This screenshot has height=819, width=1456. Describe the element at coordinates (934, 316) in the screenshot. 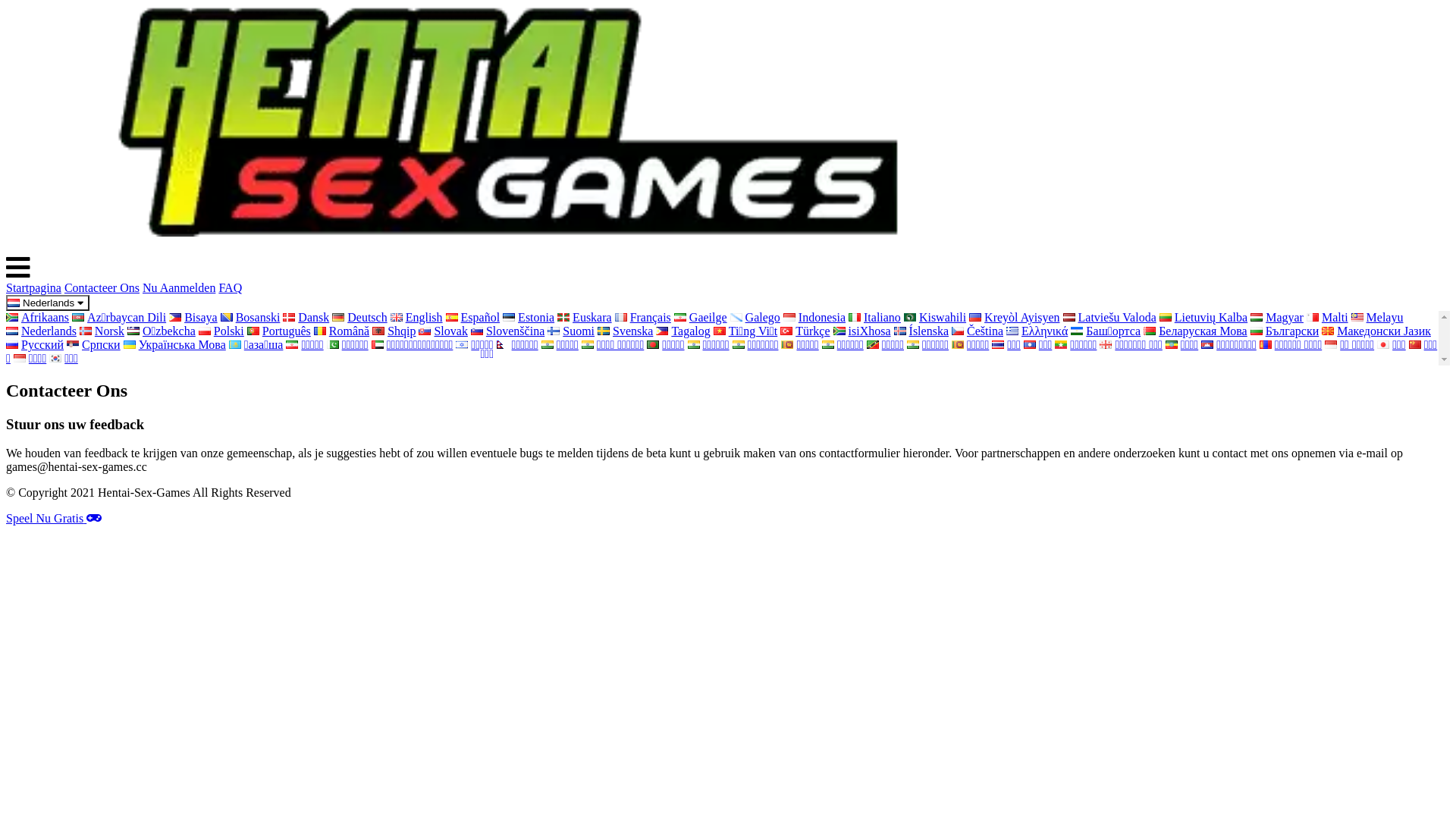

I see `'Kiswahili'` at that location.